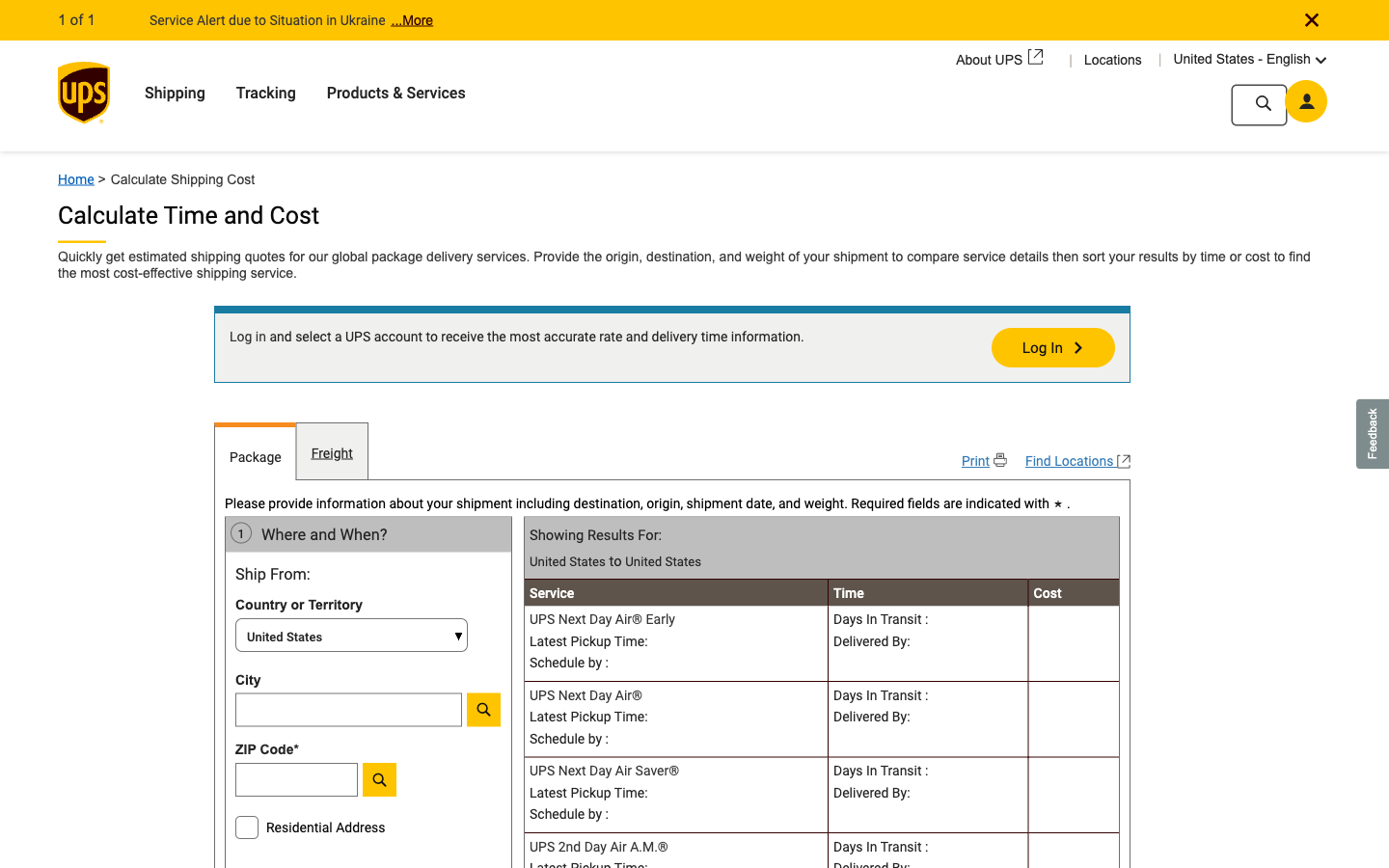  Describe the element at coordinates (83, 173) in the screenshot. I see `Go to Home page` at that location.